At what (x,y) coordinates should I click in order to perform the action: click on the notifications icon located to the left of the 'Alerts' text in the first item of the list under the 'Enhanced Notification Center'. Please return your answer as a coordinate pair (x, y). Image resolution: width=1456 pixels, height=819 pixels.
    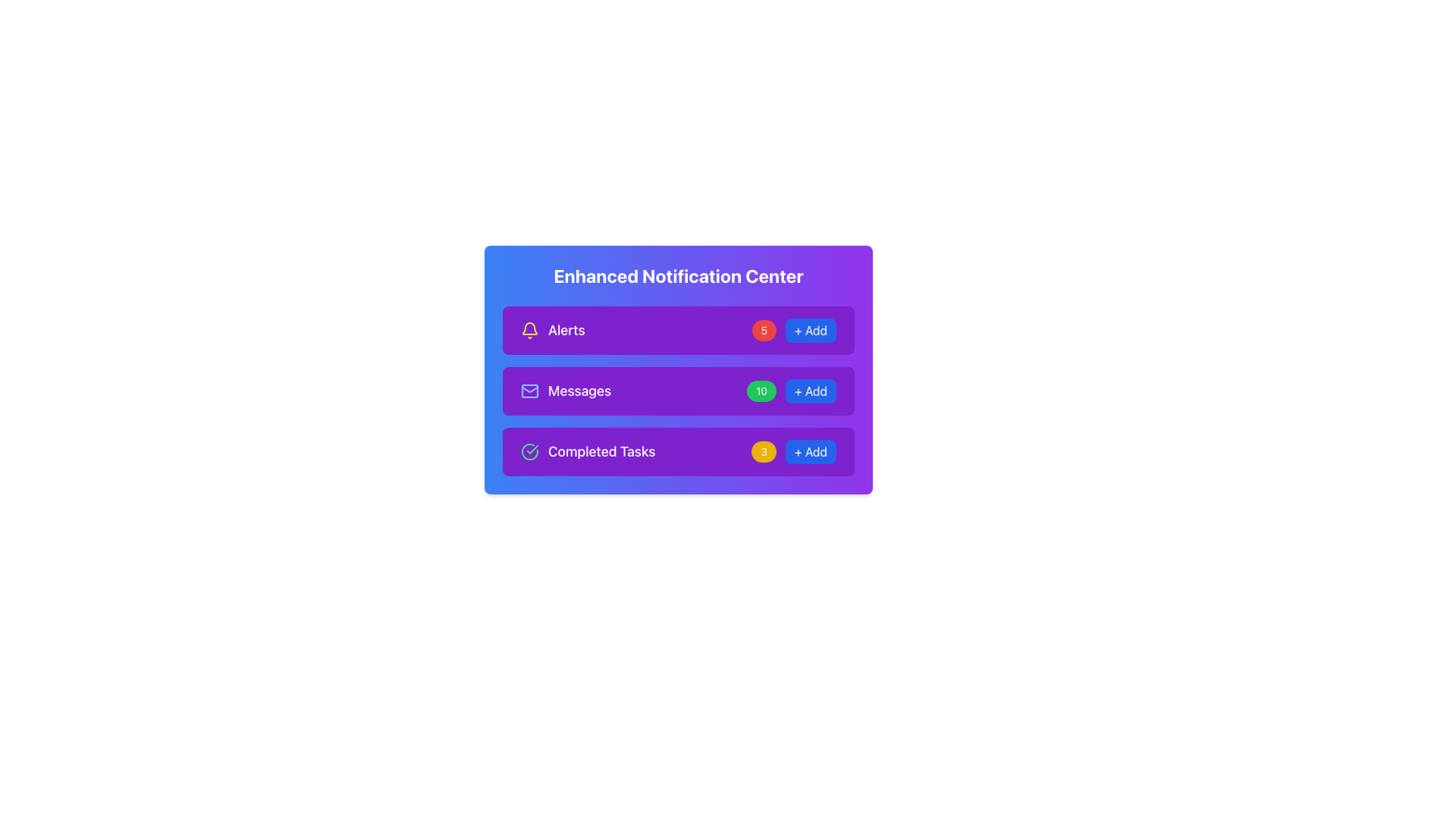
    Looking at the image, I should click on (530, 329).